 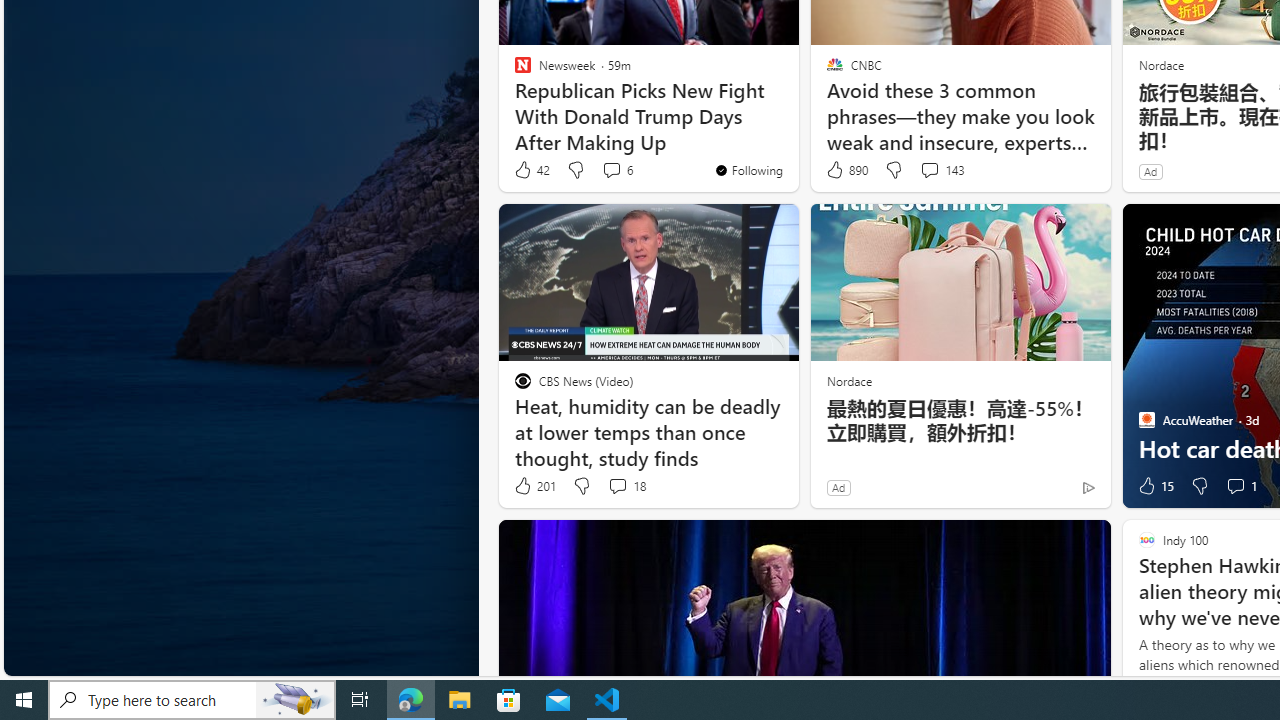 What do you see at coordinates (747, 168) in the screenshot?
I see `'You'` at bounding box center [747, 168].